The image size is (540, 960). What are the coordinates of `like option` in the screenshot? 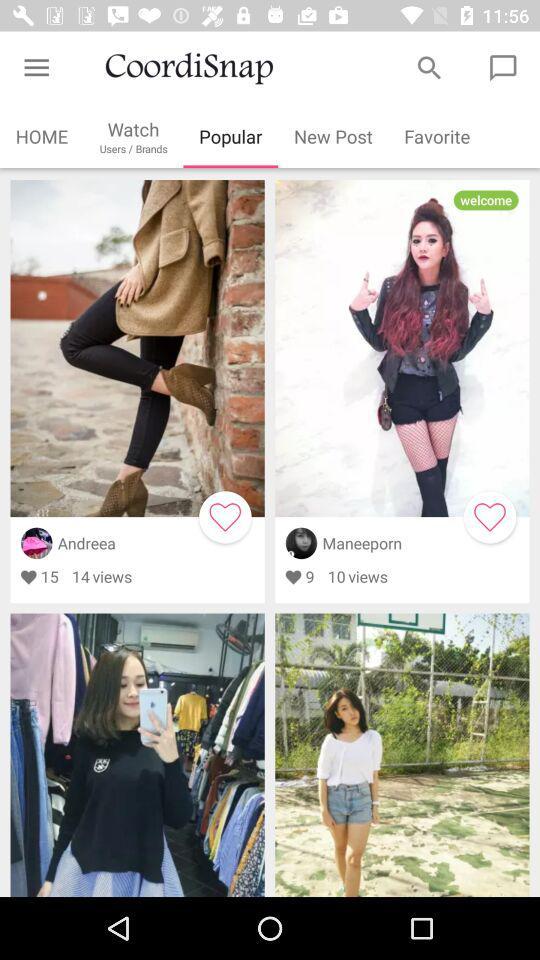 It's located at (489, 516).